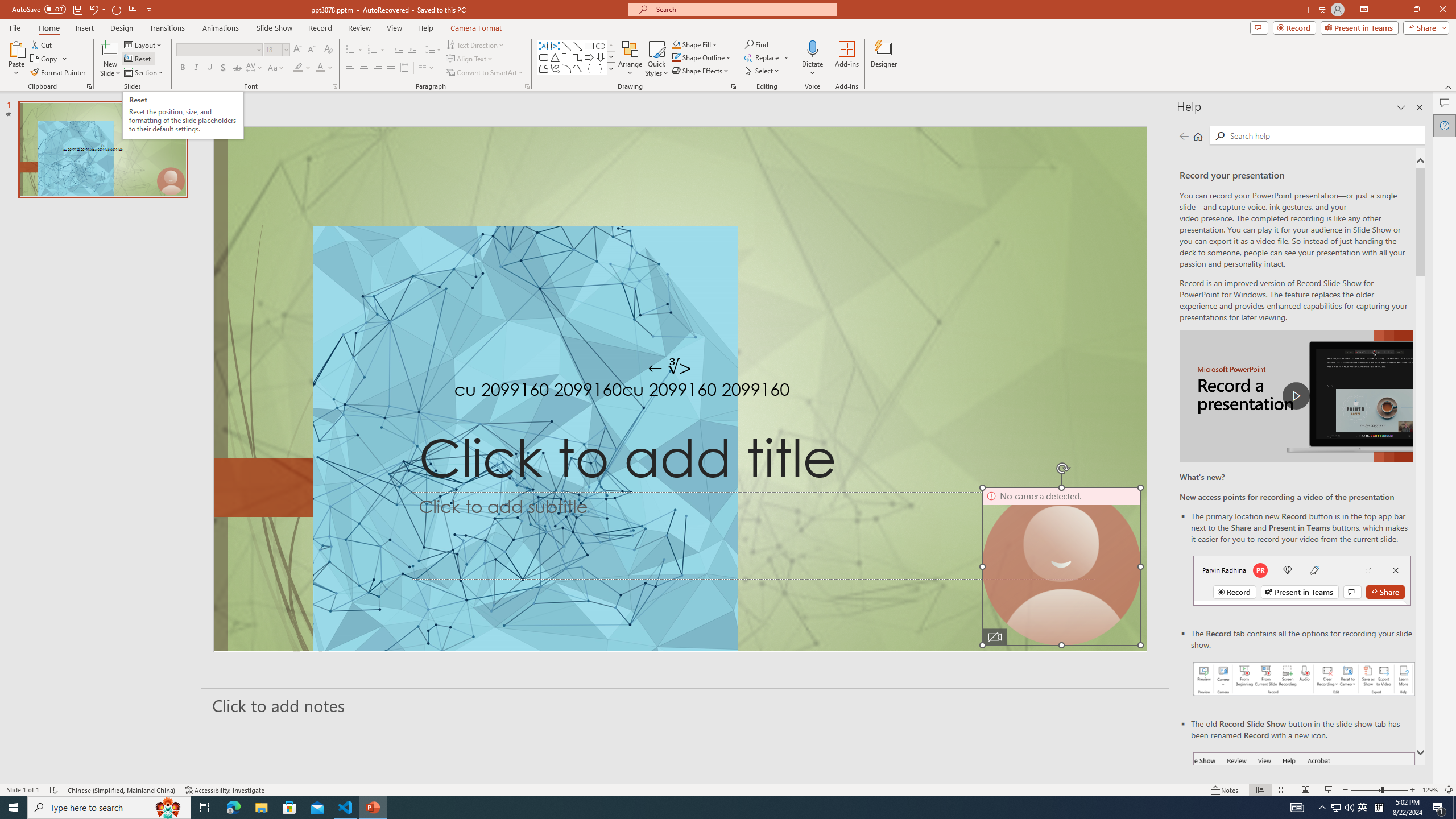 Image resolution: width=1456 pixels, height=819 pixels. Describe the element at coordinates (577, 68) in the screenshot. I see `'Curve'` at that location.